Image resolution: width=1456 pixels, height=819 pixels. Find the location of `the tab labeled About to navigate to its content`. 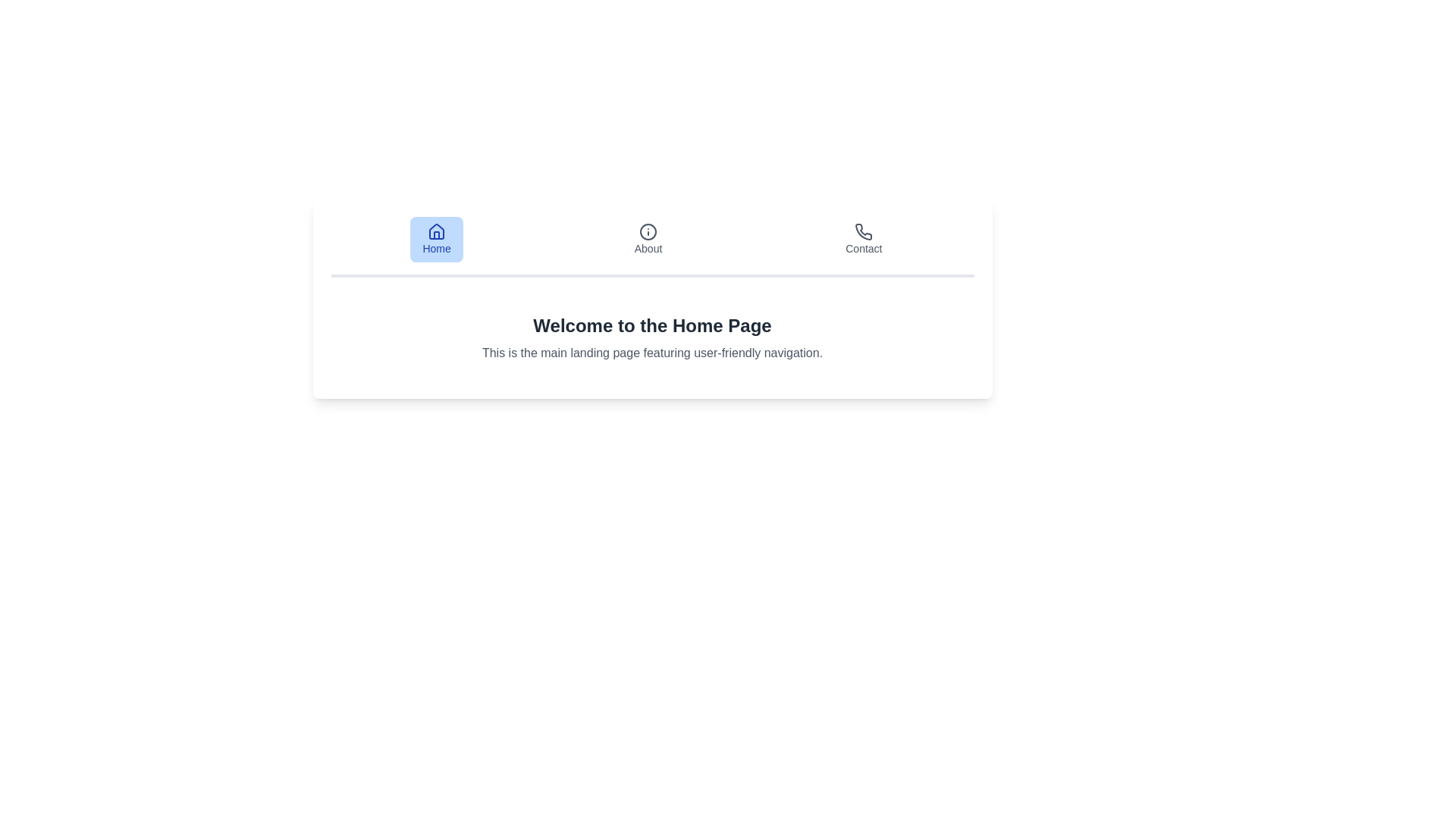

the tab labeled About to navigate to its content is located at coordinates (648, 239).